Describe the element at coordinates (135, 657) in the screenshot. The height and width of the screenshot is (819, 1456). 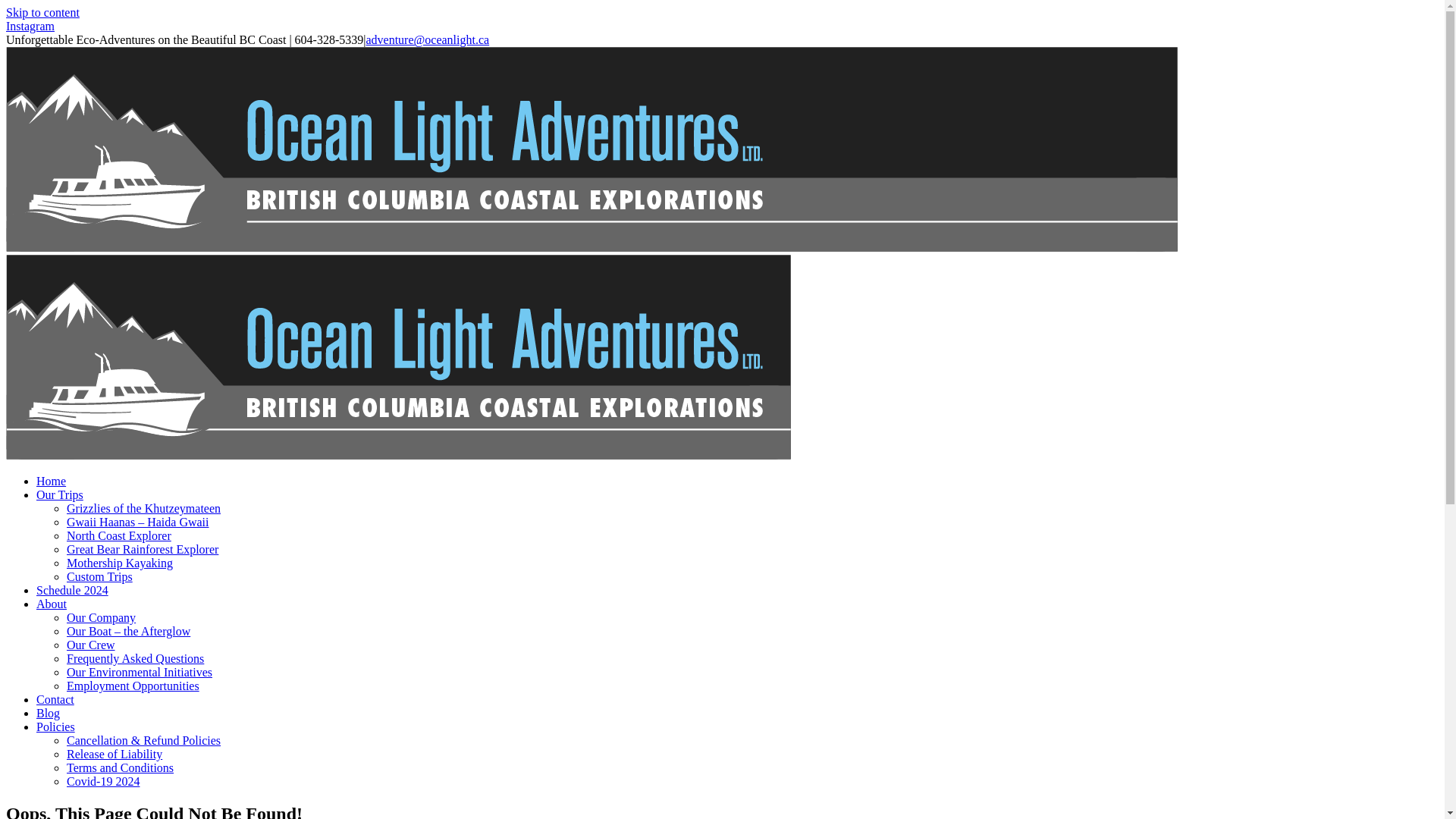
I see `'Frequently Asked Questions'` at that location.